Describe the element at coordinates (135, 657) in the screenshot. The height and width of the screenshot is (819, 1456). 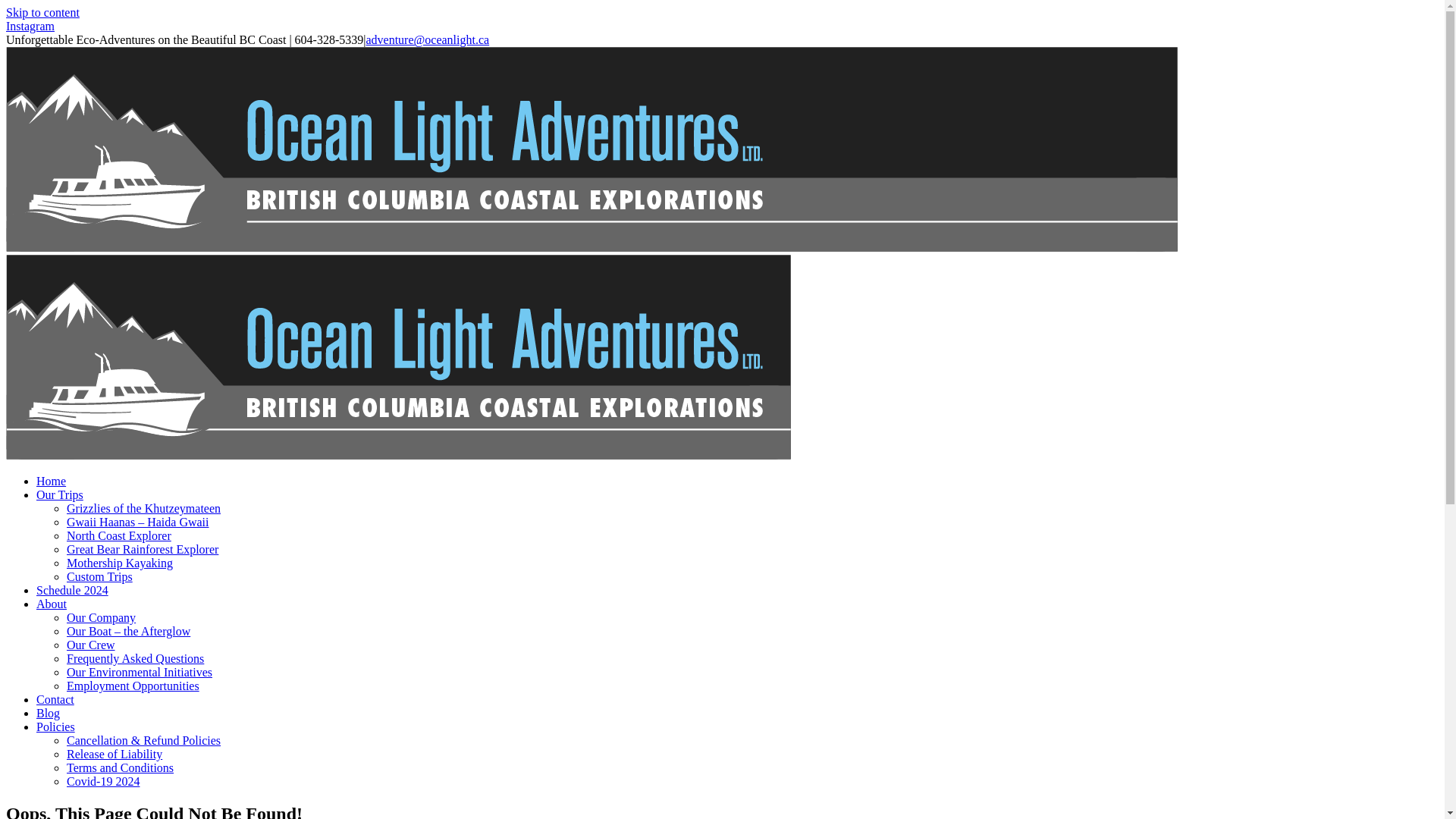
I see `'Frequently Asked Questions'` at that location.